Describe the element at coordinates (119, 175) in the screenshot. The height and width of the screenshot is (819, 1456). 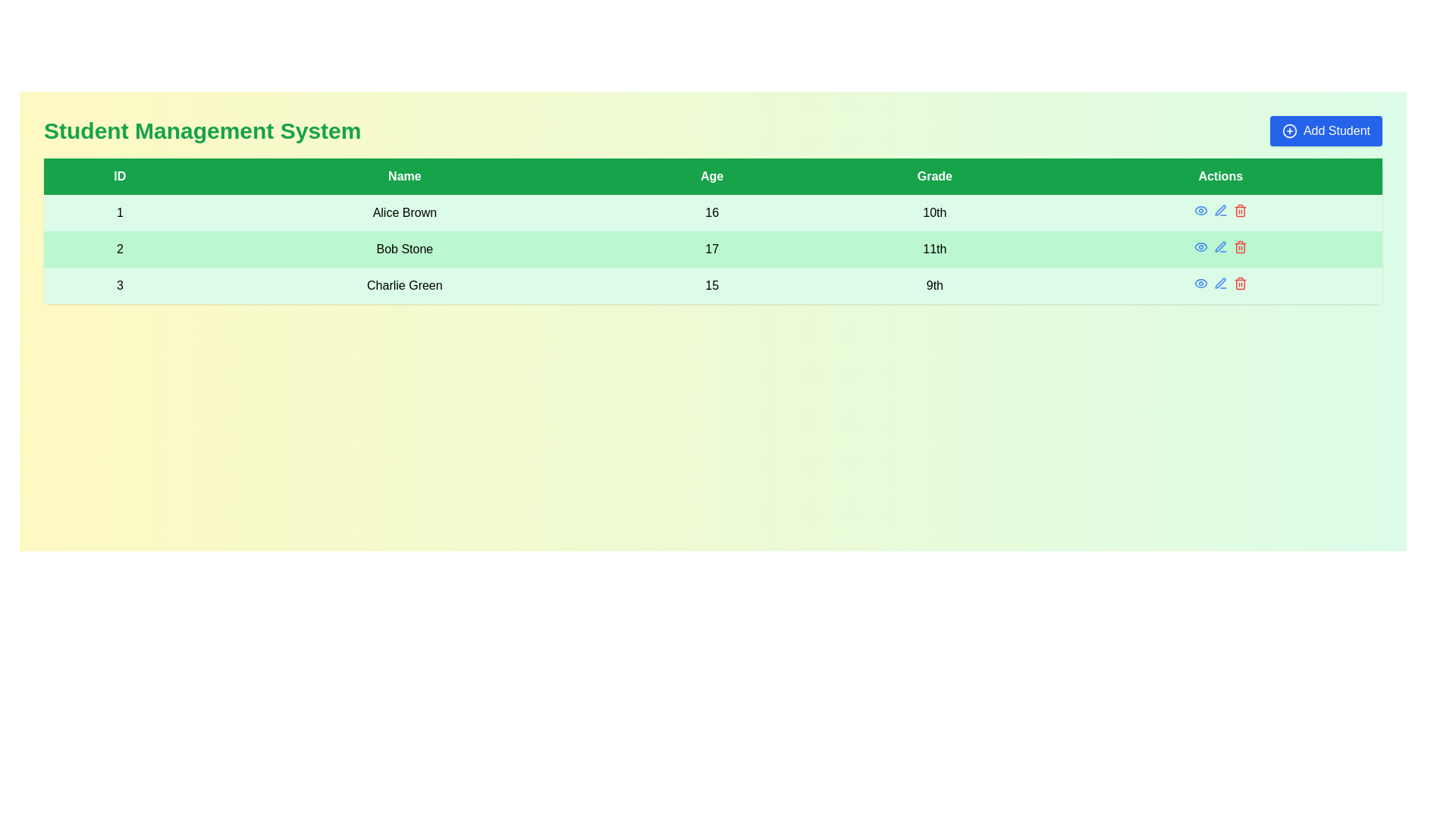
I see `the ID column header cell in the table, which is the first header among its siblings, indicating that it corresponds to unique identifiers for each entry` at that location.